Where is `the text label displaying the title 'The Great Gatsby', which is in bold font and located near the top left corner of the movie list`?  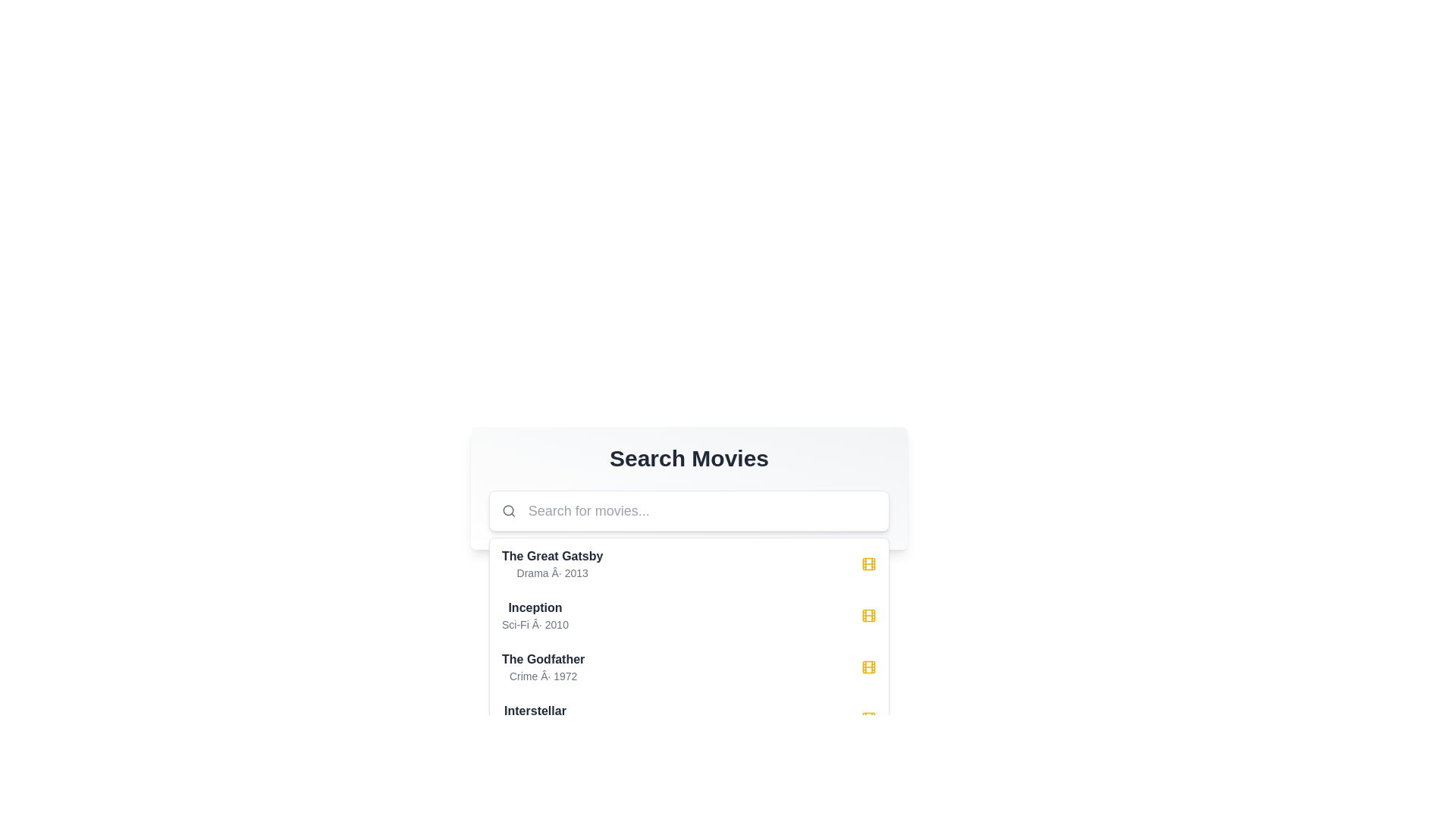 the text label displaying the title 'The Great Gatsby', which is in bold font and located near the top left corner of the movie list is located at coordinates (551, 556).